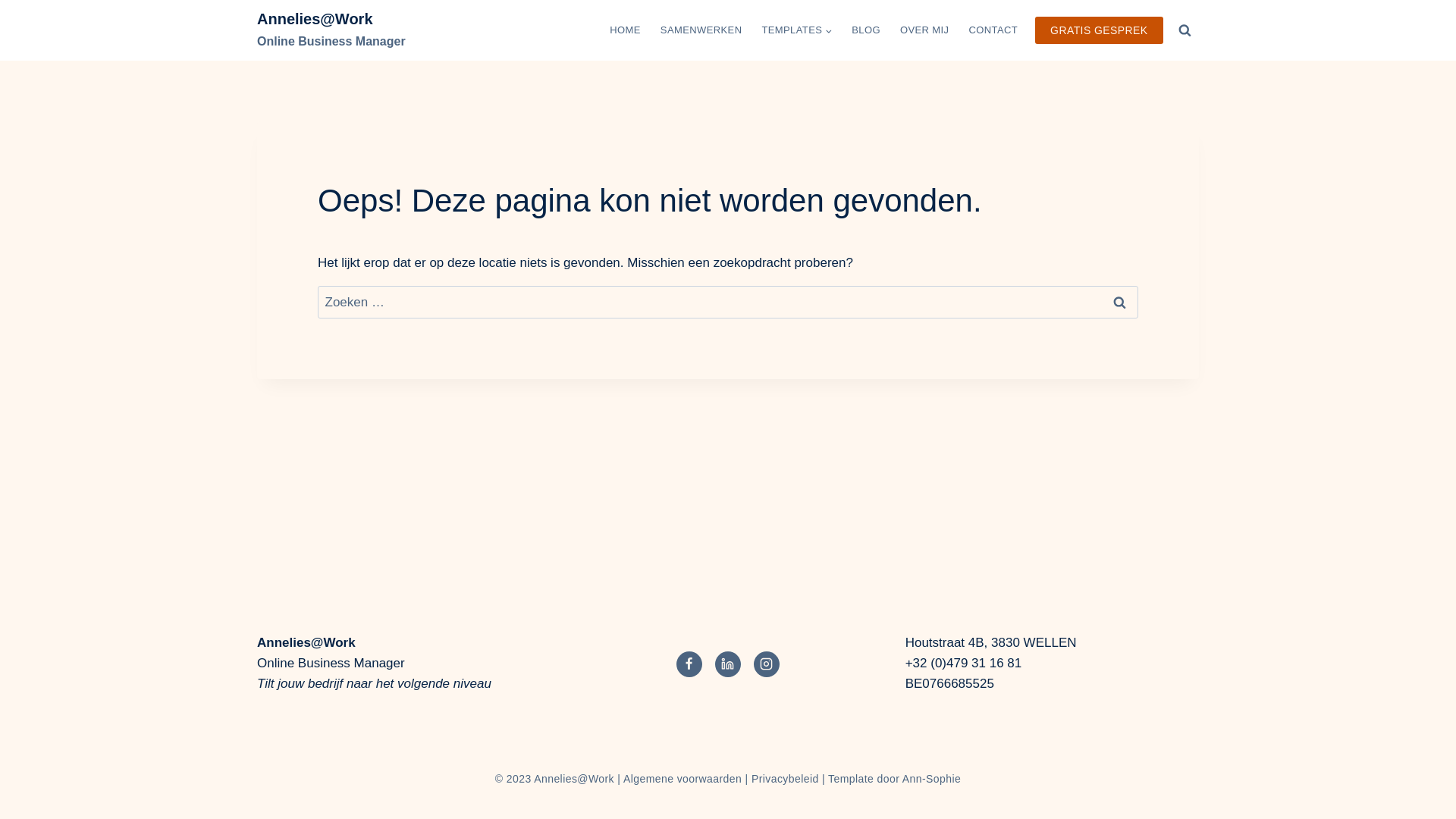 The height and width of the screenshot is (819, 1456). What do you see at coordinates (866, 30) in the screenshot?
I see `'BLOG'` at bounding box center [866, 30].